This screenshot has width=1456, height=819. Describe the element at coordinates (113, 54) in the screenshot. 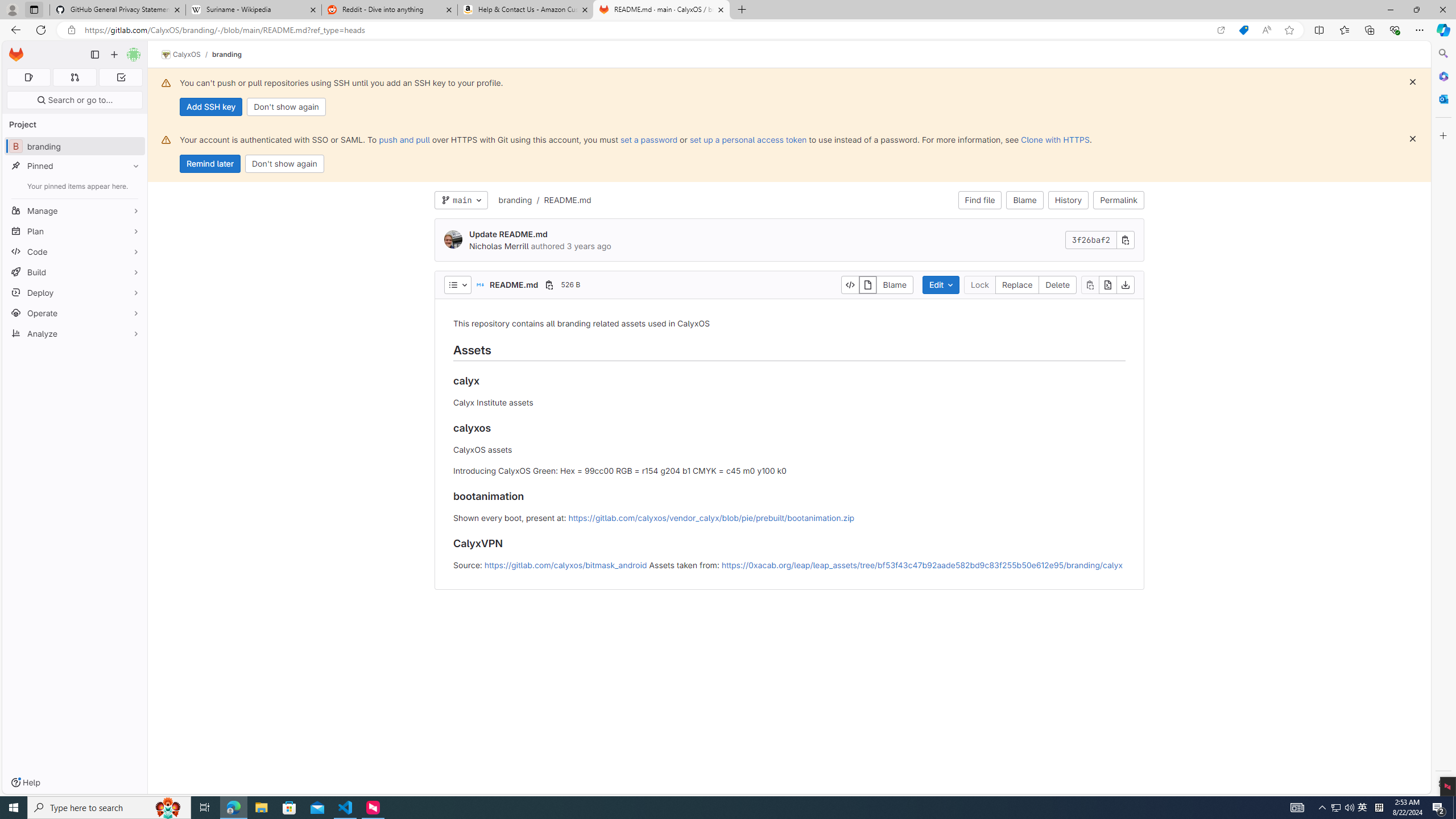

I see `'Create new...'` at that location.